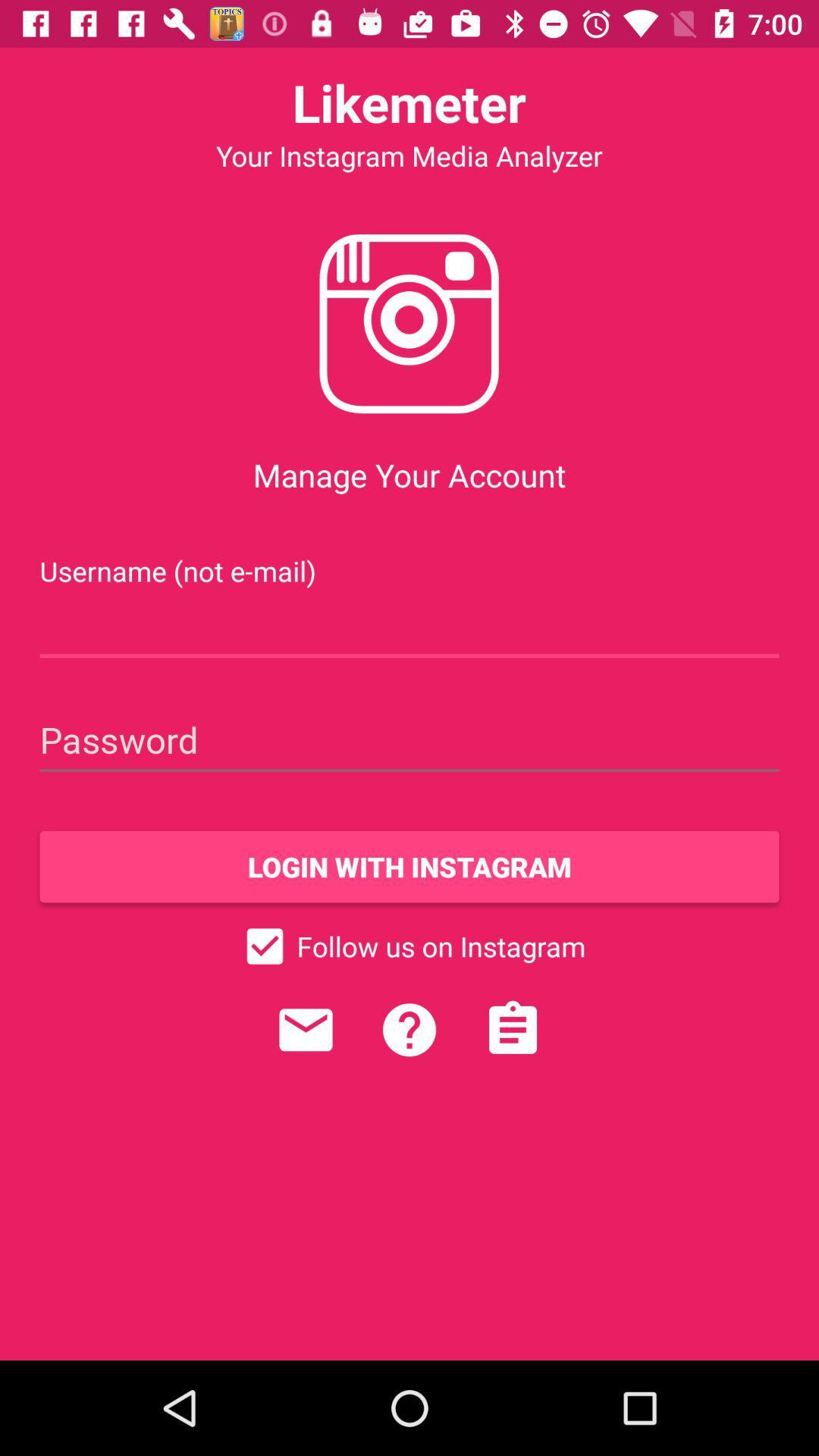 This screenshot has height=1456, width=819. Describe the element at coordinates (306, 1030) in the screenshot. I see `the item below the follow us on icon` at that location.